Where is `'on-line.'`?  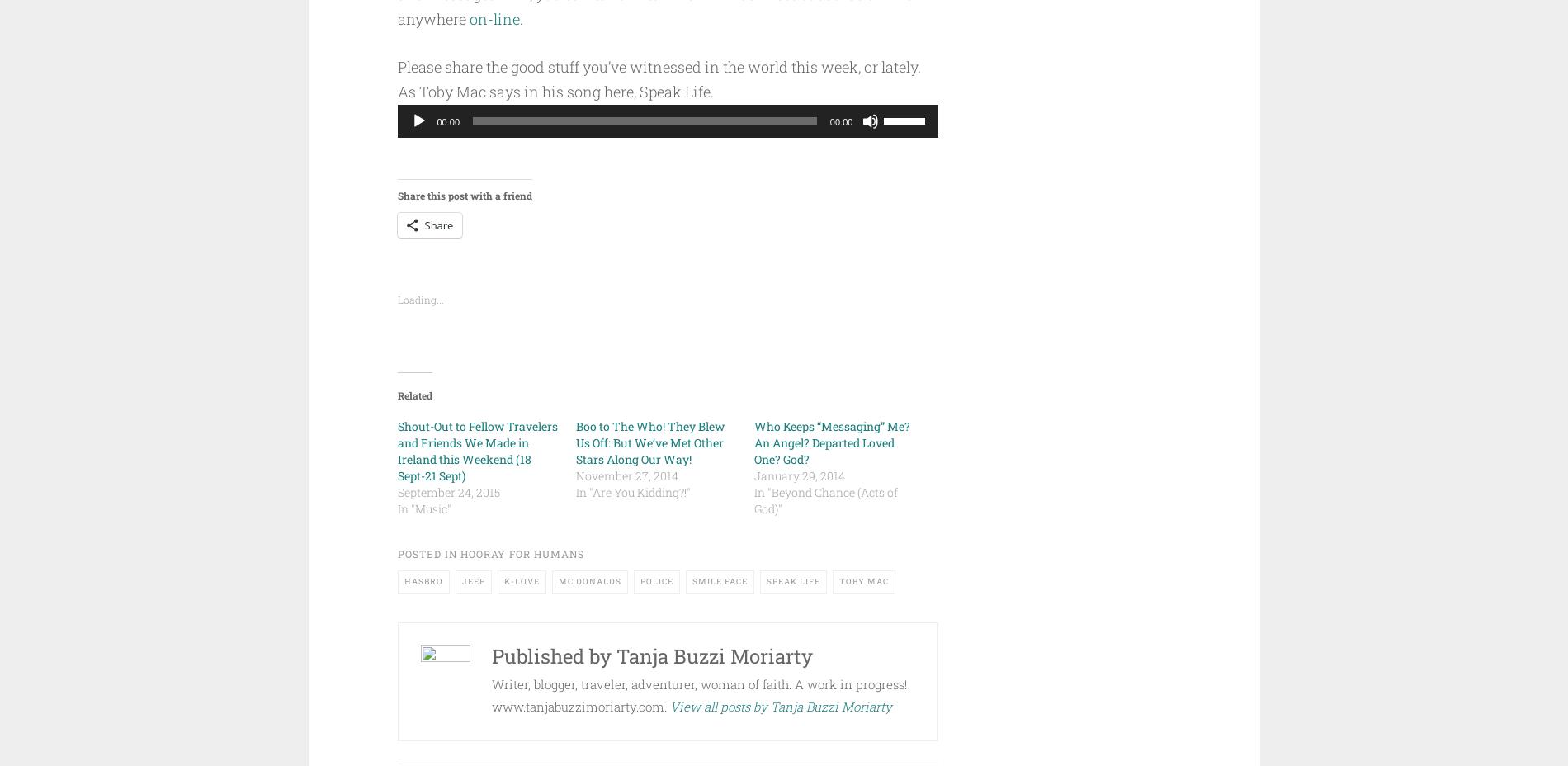
'on-line.' is located at coordinates (495, 18).